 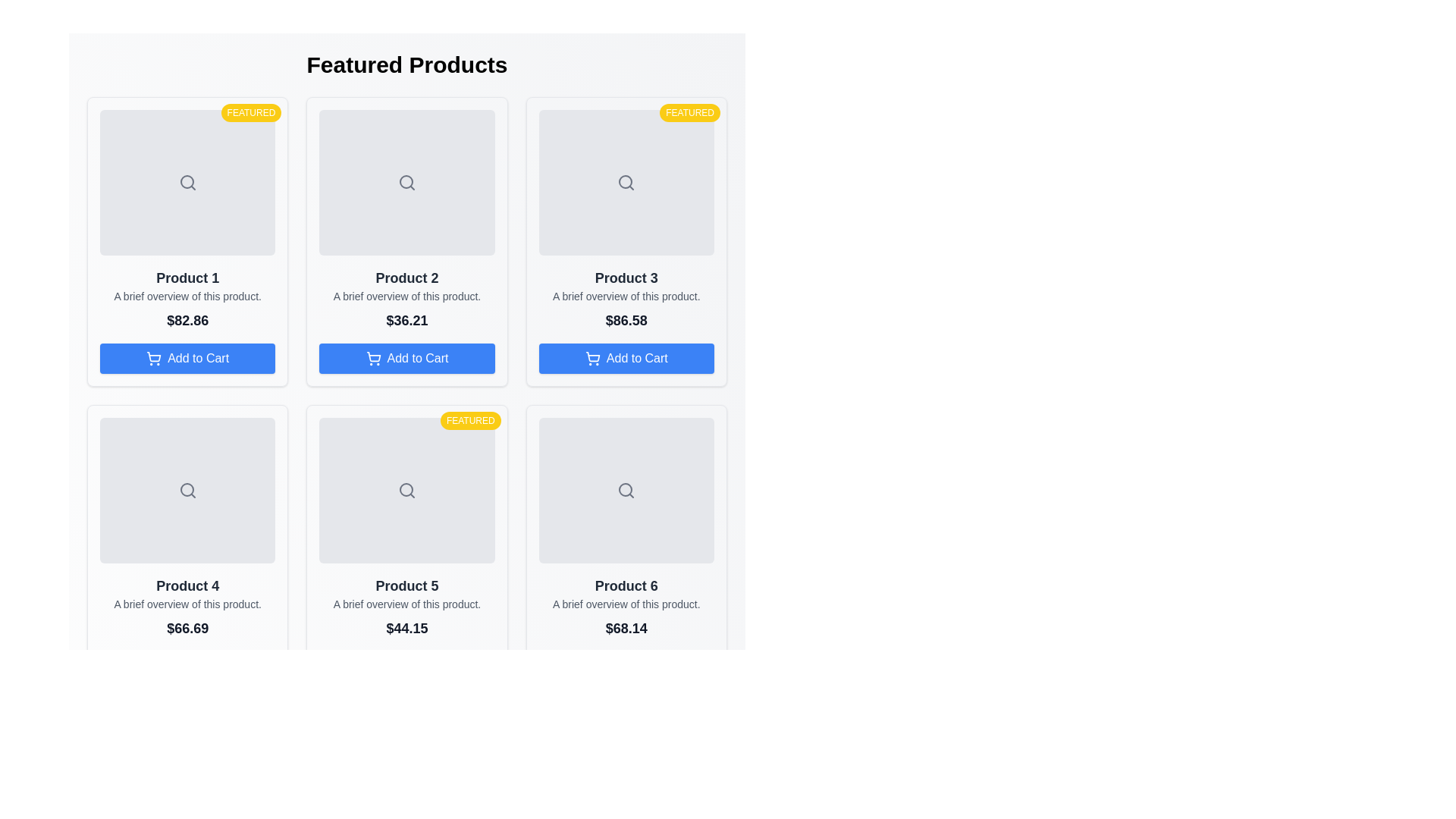 I want to click on the 'Add to Cart' button with a blue background and white text, located in the 'Product 3' section for accessibility integrations, so click(x=626, y=359).